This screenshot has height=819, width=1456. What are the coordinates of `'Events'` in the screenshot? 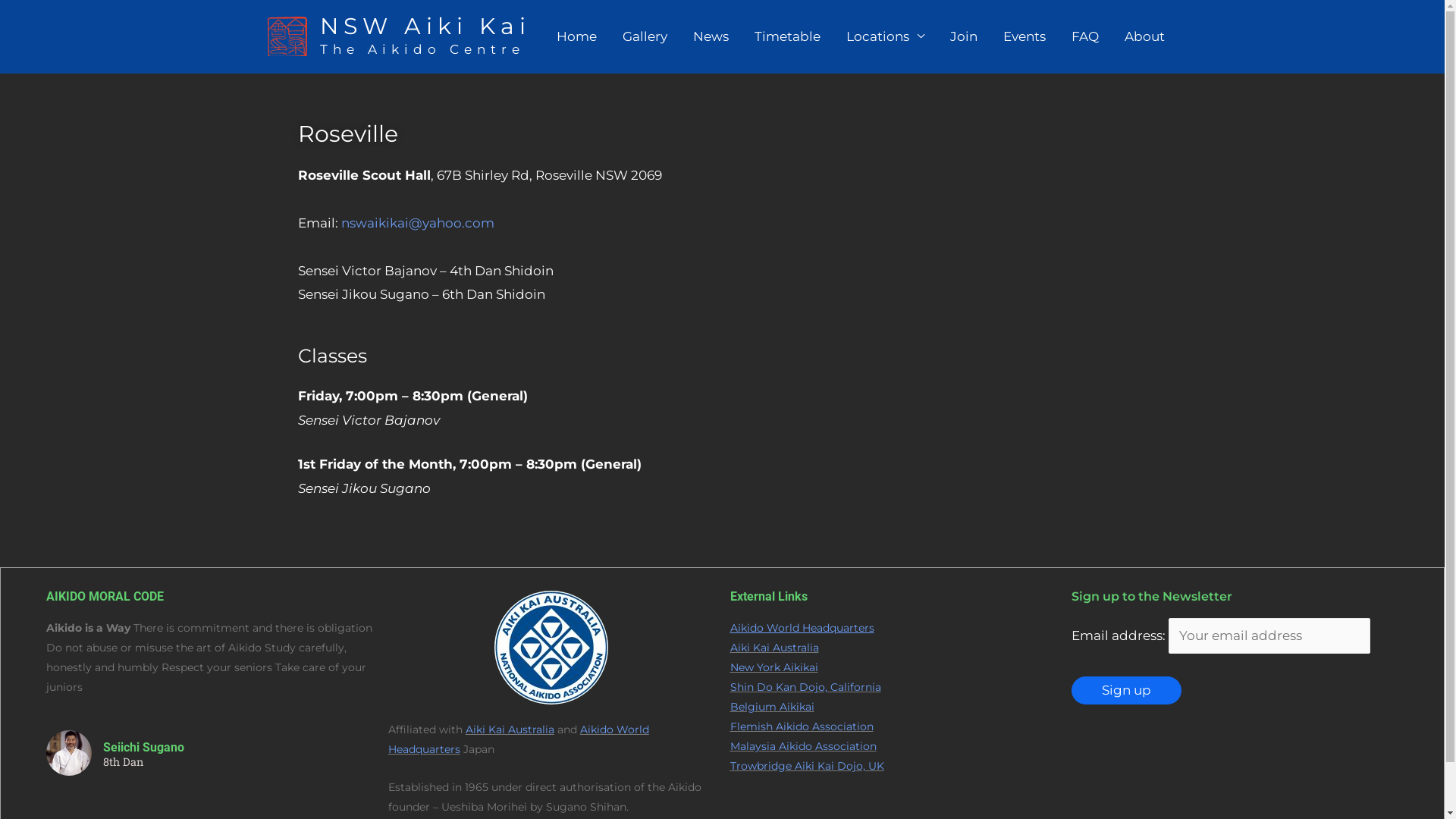 It's located at (1024, 35).